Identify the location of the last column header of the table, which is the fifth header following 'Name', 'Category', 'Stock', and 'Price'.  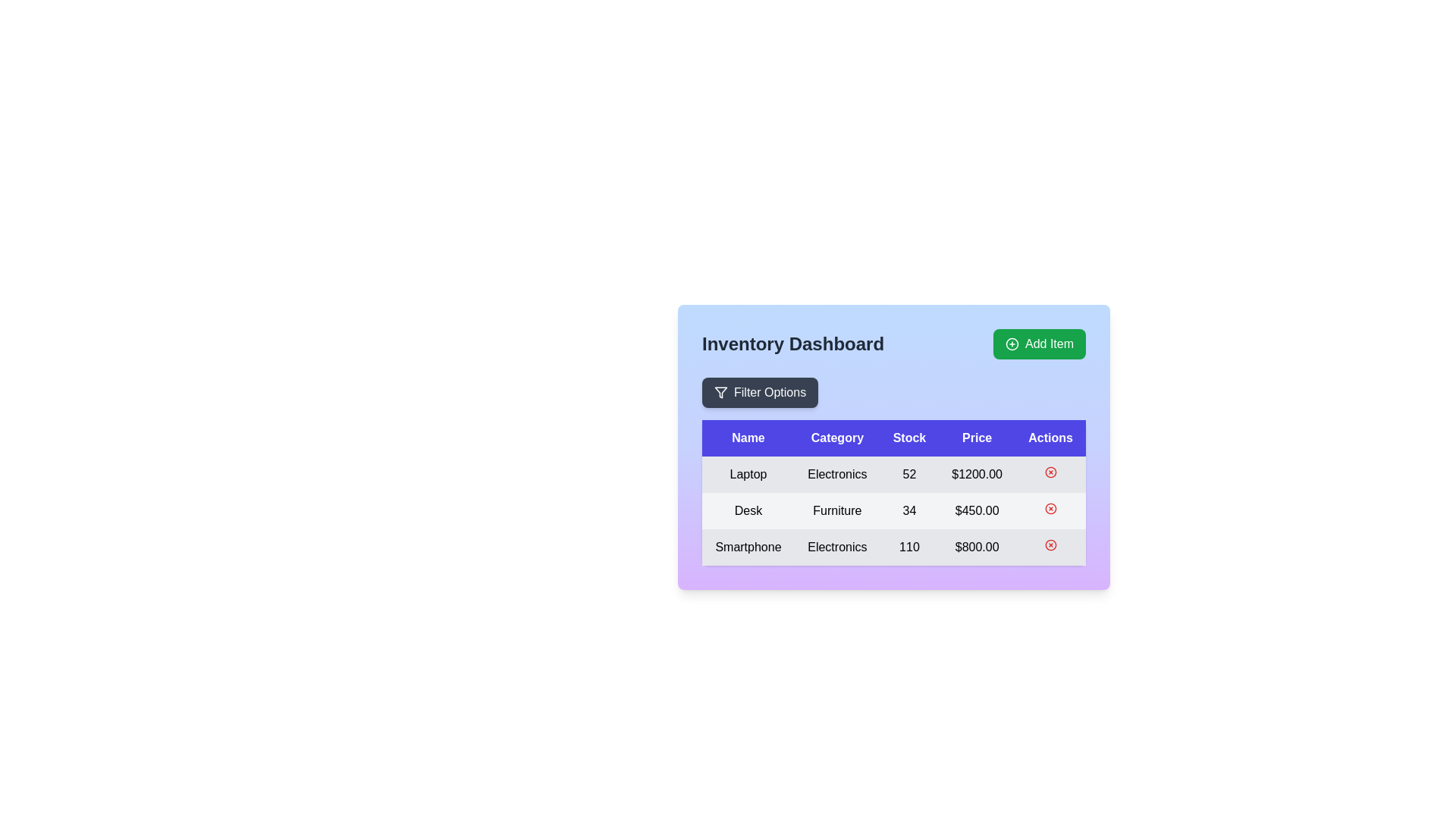
(1050, 438).